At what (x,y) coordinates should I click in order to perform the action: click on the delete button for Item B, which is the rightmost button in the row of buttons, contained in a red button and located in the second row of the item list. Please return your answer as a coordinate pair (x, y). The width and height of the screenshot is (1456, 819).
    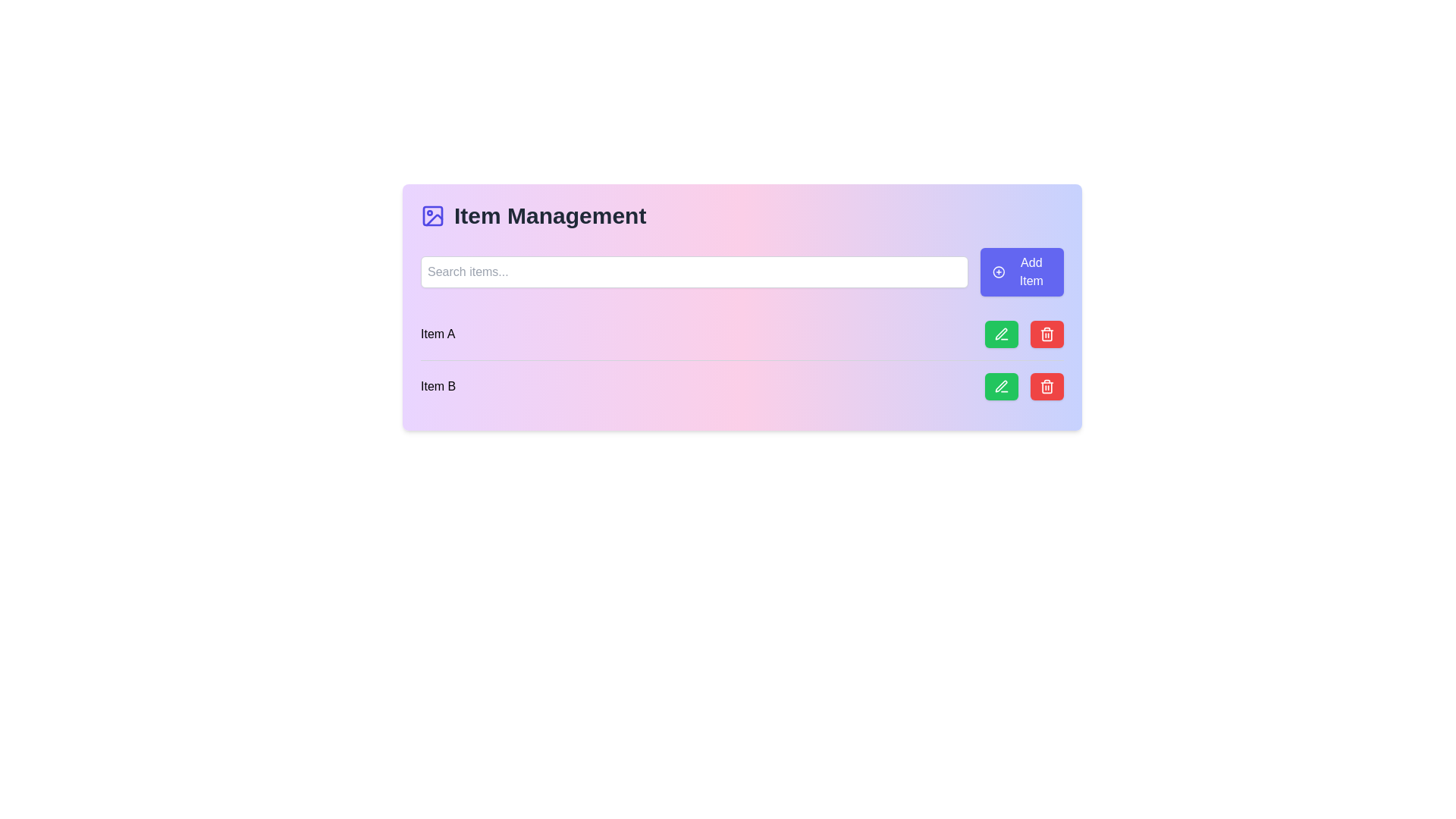
    Looking at the image, I should click on (1046, 385).